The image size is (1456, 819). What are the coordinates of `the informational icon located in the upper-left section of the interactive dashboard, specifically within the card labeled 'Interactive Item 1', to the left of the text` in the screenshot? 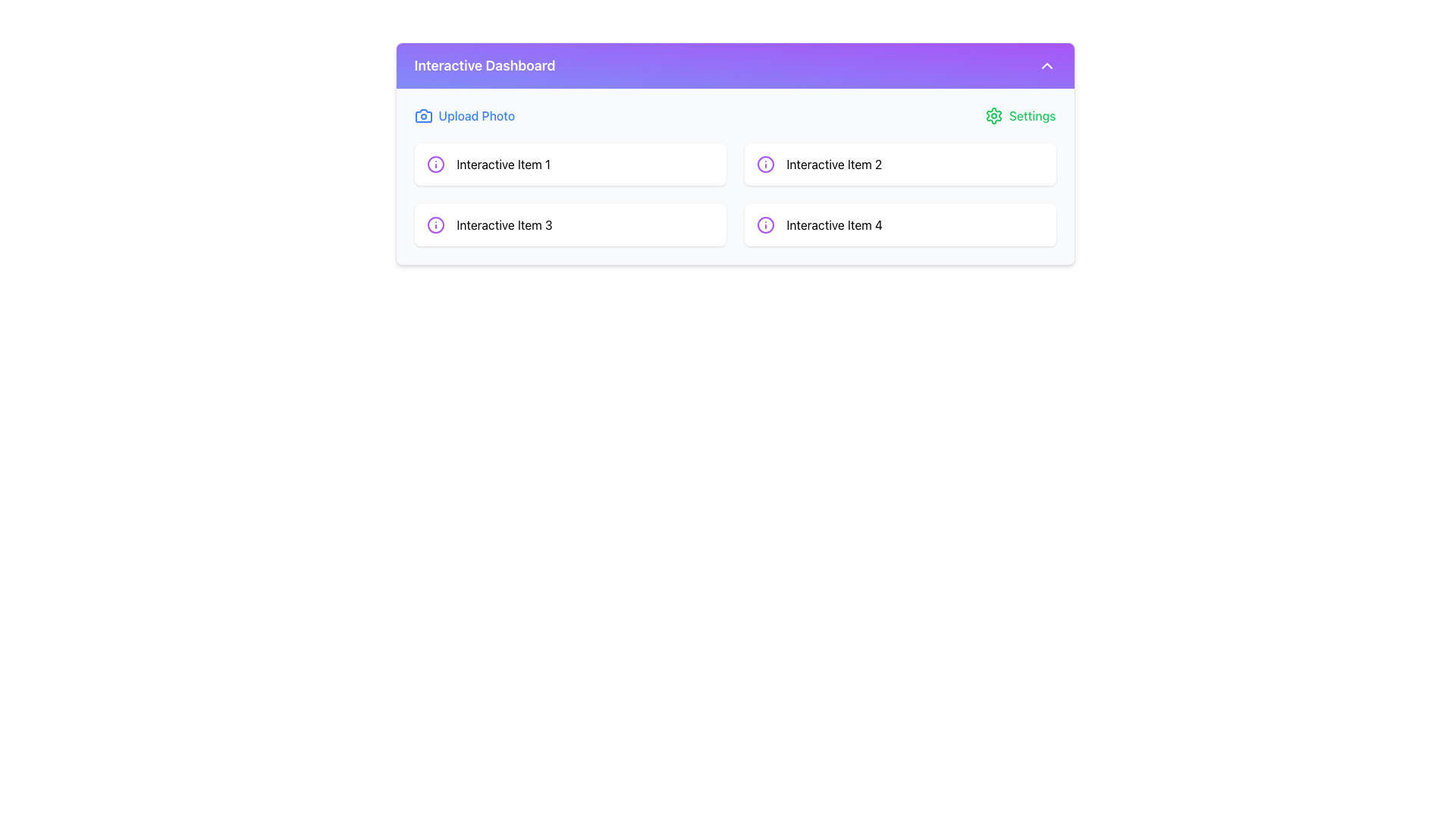 It's located at (435, 164).